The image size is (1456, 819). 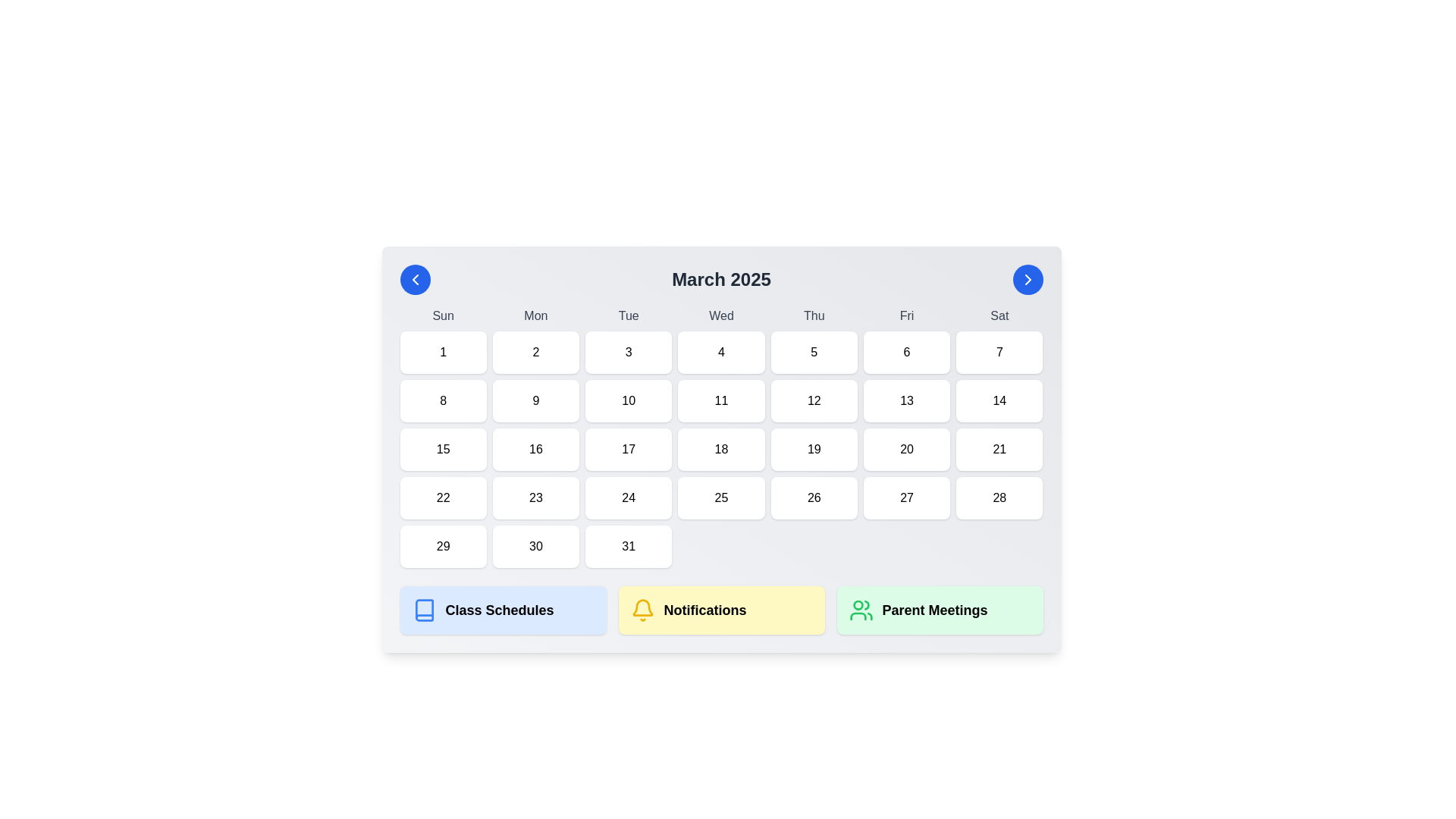 I want to click on the Text label representing Tuesday in the calendar layout, which is the third text item between 'Mon' and 'Wed', so click(x=629, y=315).